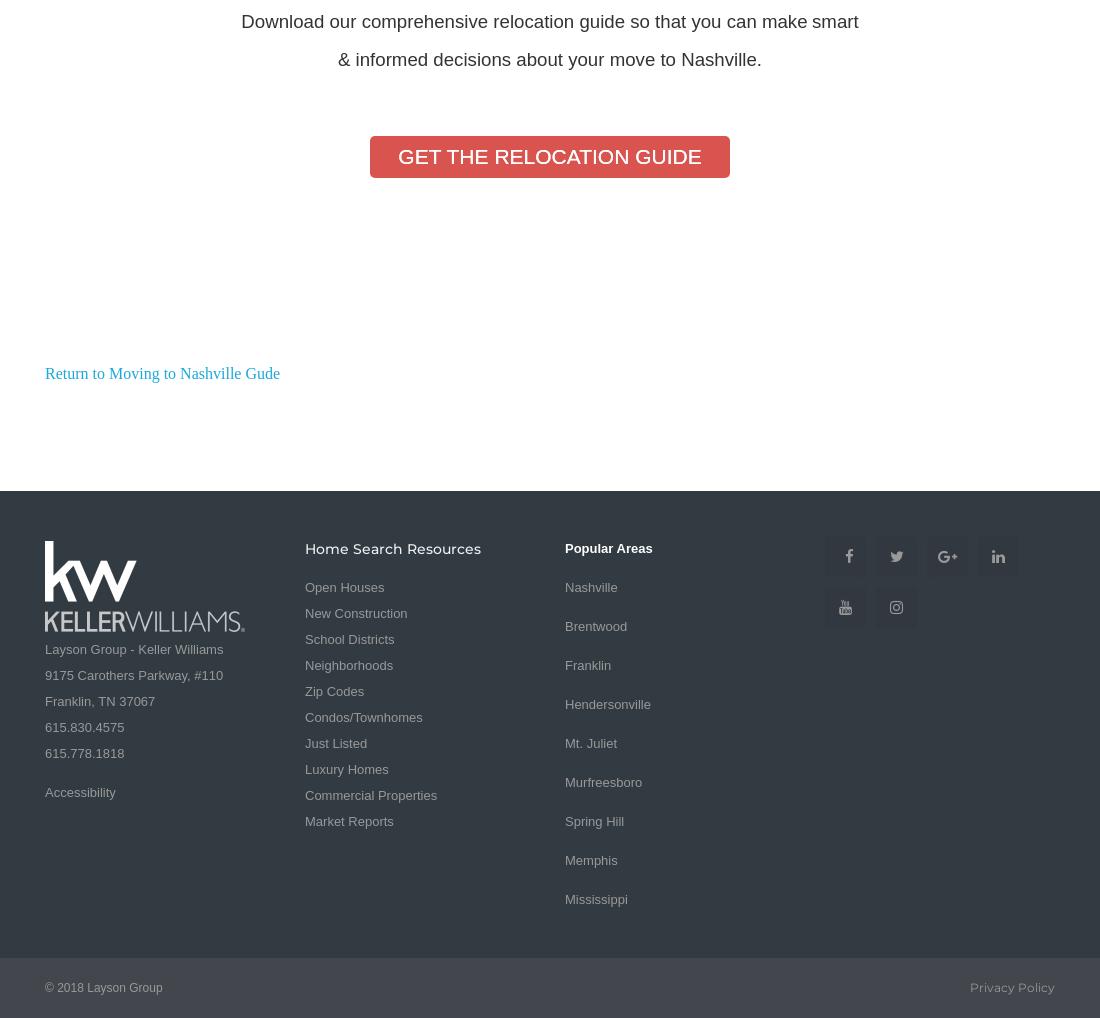 This screenshot has height=1018, width=1100. What do you see at coordinates (304, 546) in the screenshot?
I see `'Home Search Resources'` at bounding box center [304, 546].